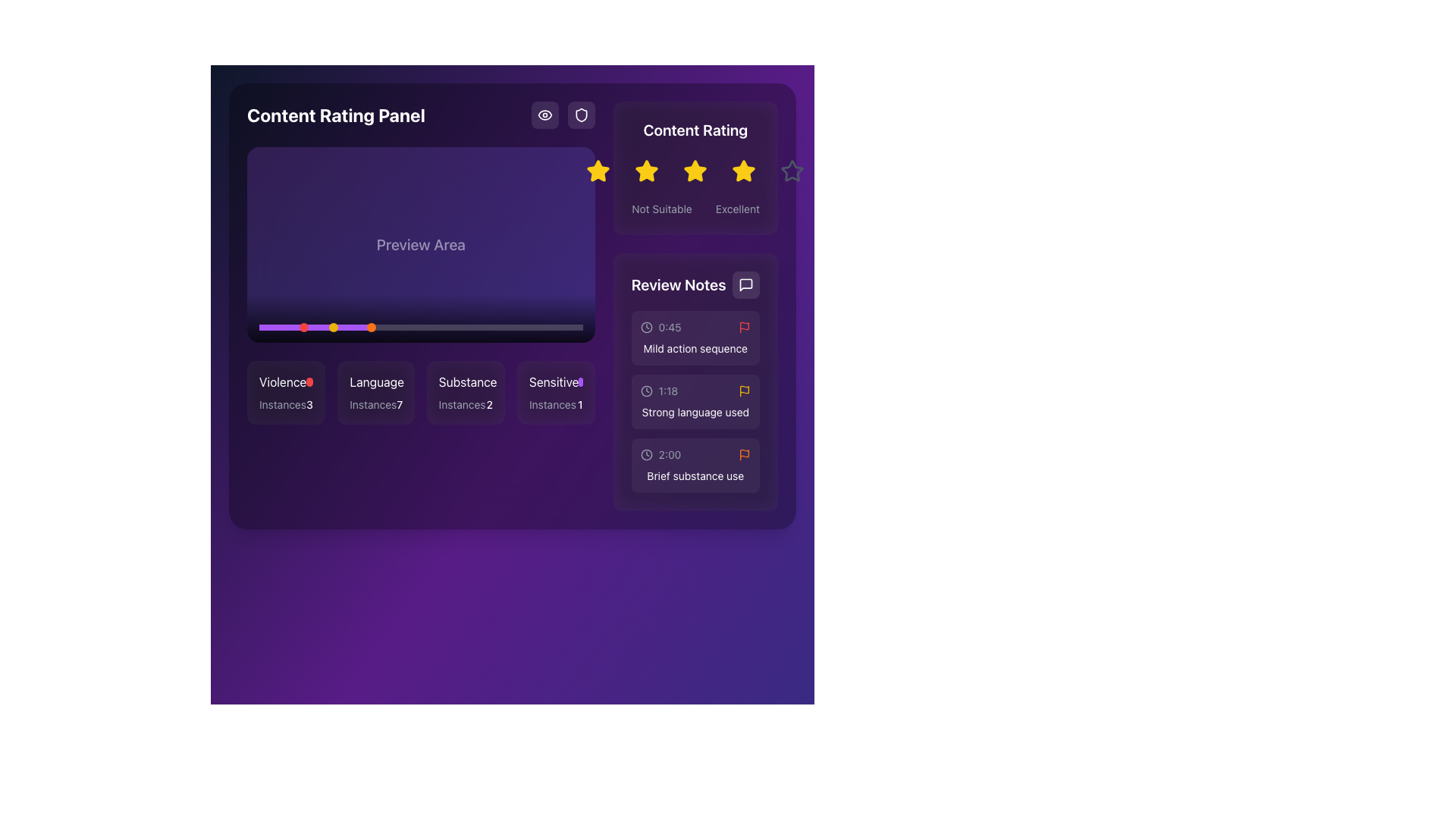 Image resolution: width=1456 pixels, height=819 pixels. Describe the element at coordinates (580, 114) in the screenshot. I see `the shield-shaped icon that signifies protection or security, located at the upper-right section of the interface next to the 'Content Rating Panel'` at that location.